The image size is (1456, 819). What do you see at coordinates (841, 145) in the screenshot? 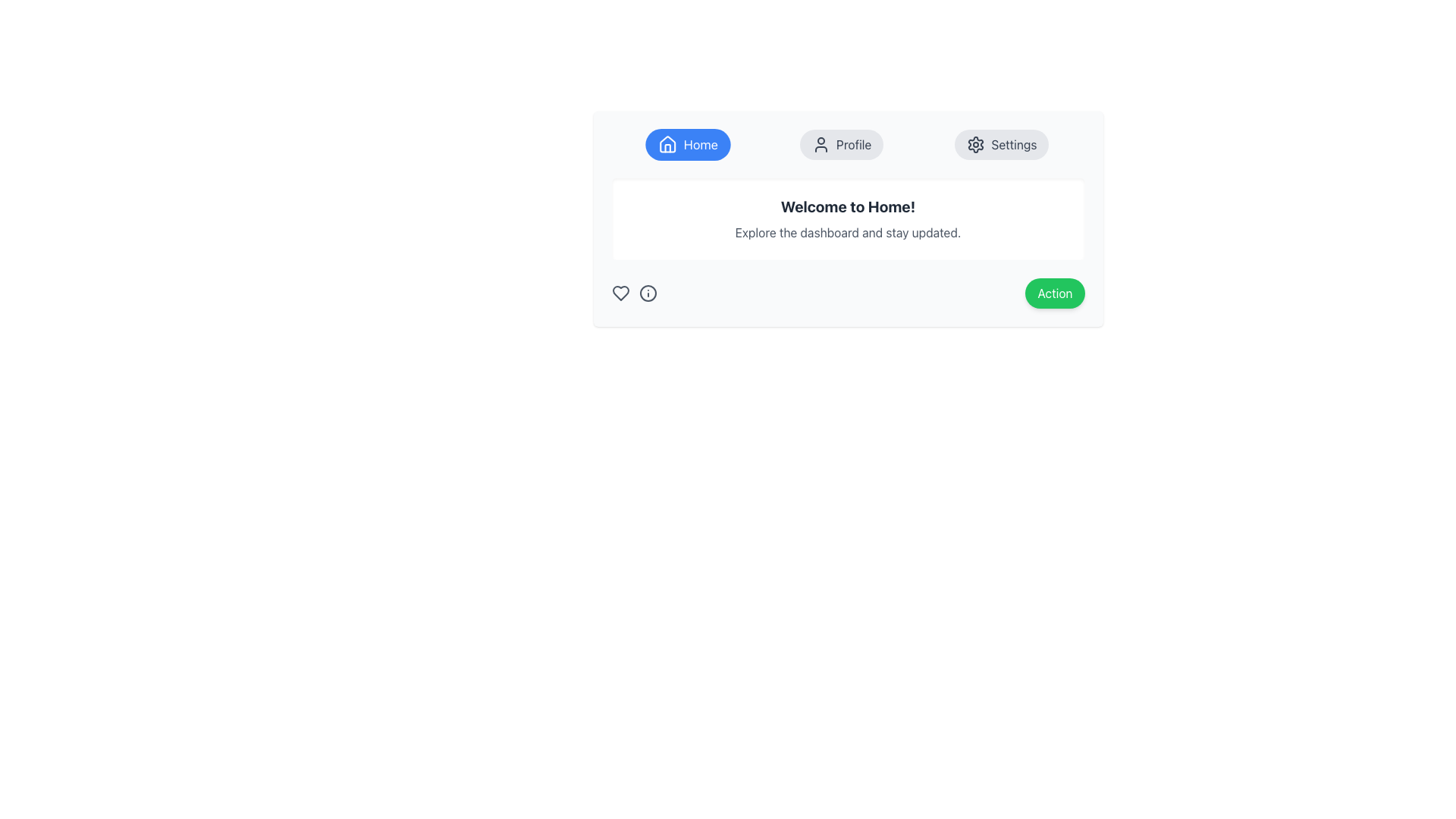
I see `the 'Profile' button, which is the second interactive item in the navigation bar` at bounding box center [841, 145].